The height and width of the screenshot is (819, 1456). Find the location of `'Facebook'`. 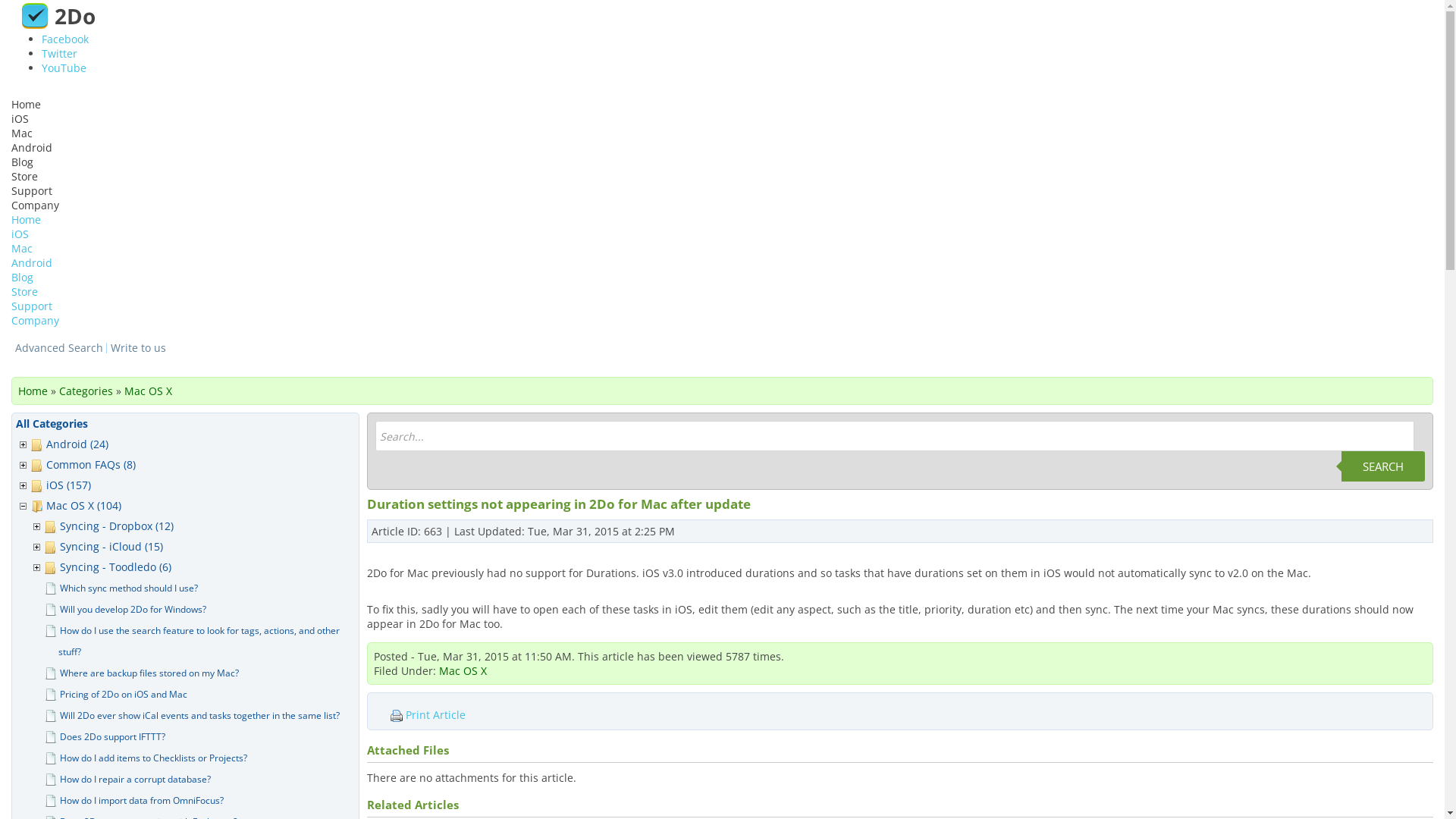

'Facebook' is located at coordinates (64, 38).